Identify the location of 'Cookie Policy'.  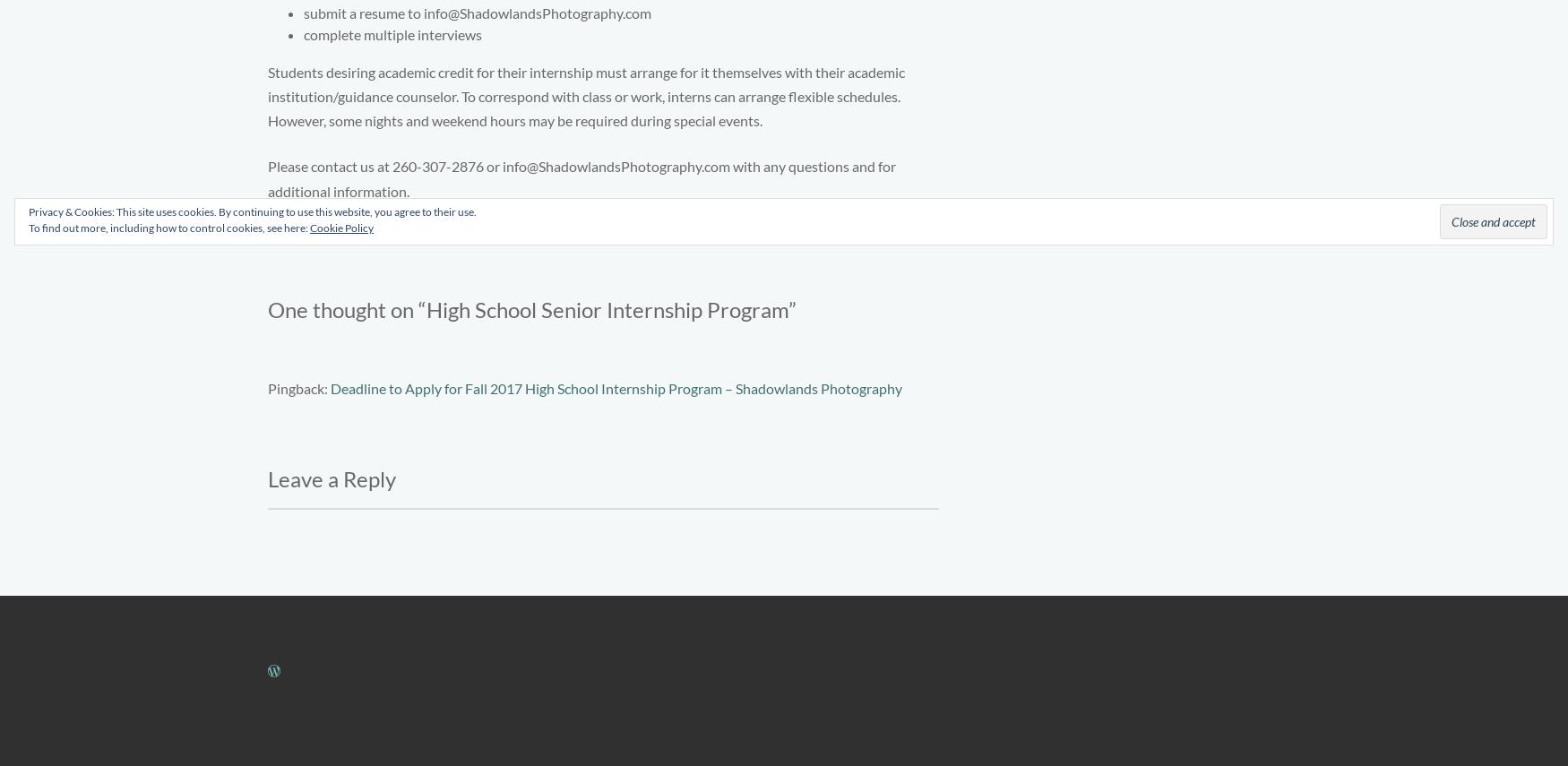
(309, 227).